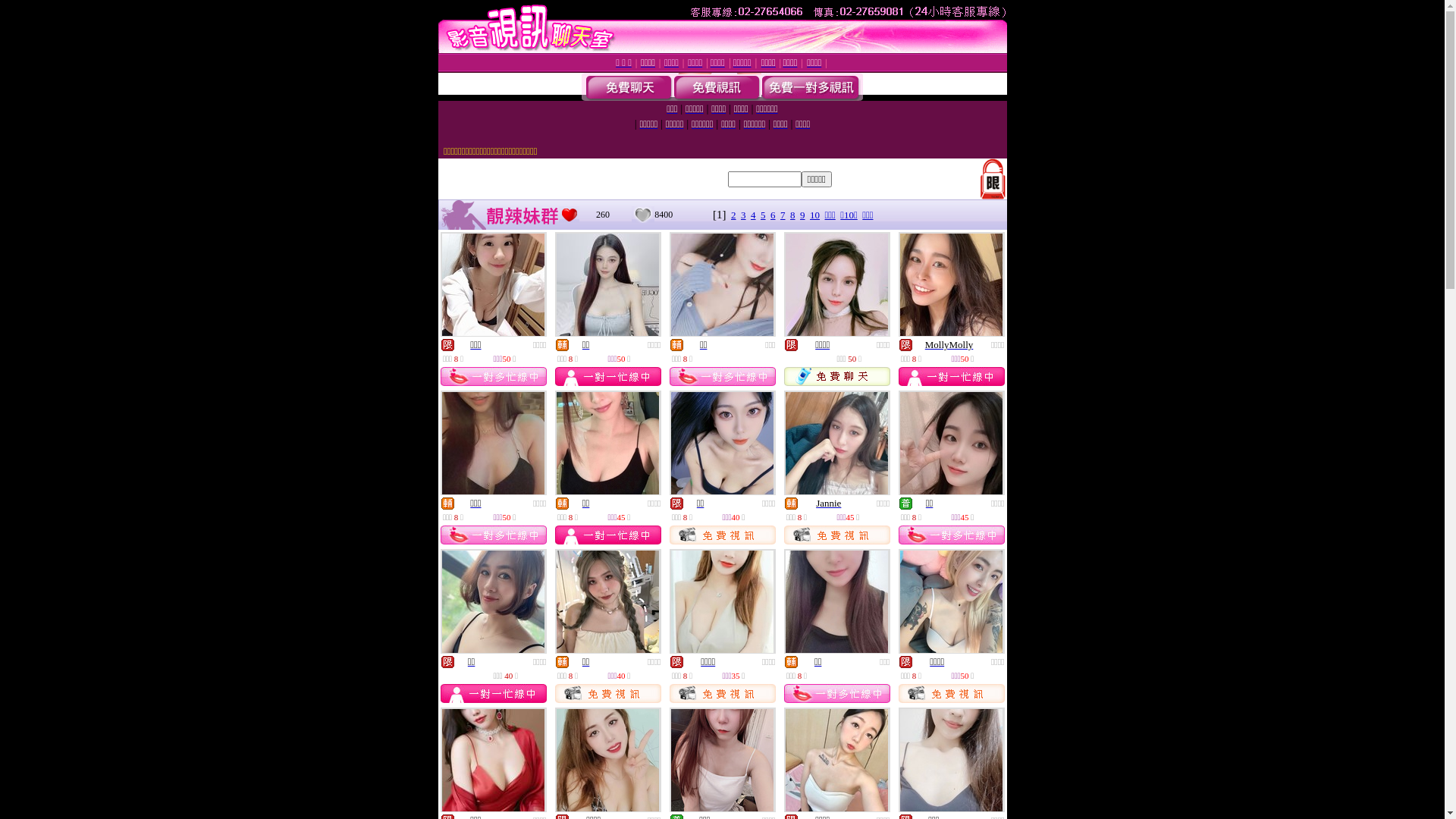 This screenshot has height=819, width=1456. I want to click on '6', so click(773, 215).